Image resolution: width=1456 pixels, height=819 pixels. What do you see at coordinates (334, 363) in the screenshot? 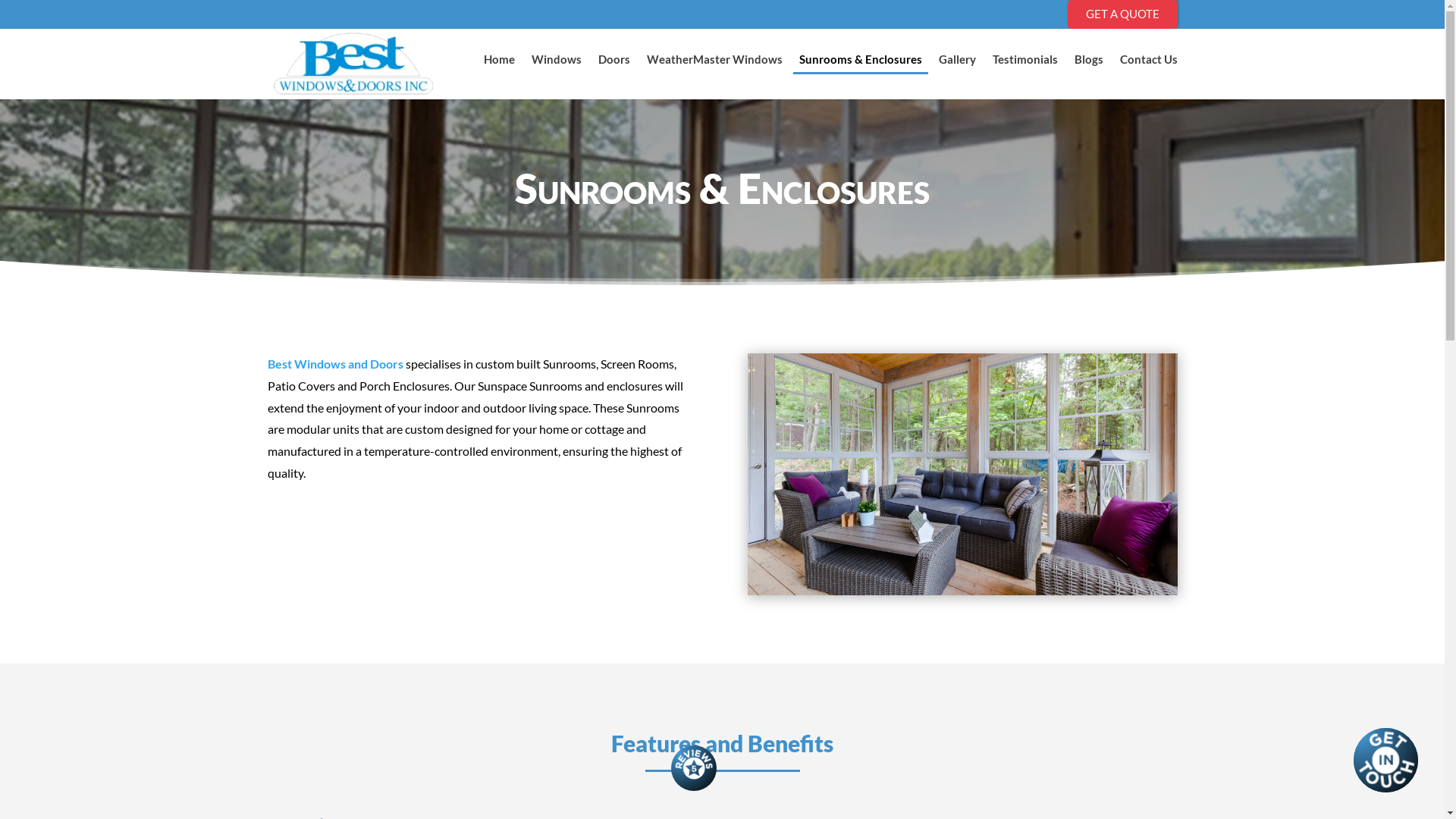
I see `'Best Windows and Doors'` at bounding box center [334, 363].